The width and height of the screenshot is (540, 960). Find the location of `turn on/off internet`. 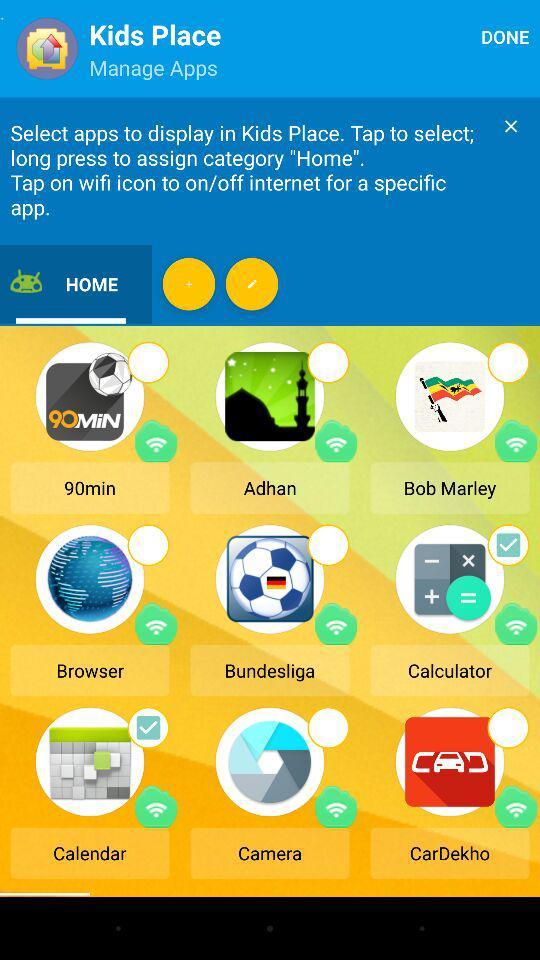

turn on/off internet is located at coordinates (516, 441).